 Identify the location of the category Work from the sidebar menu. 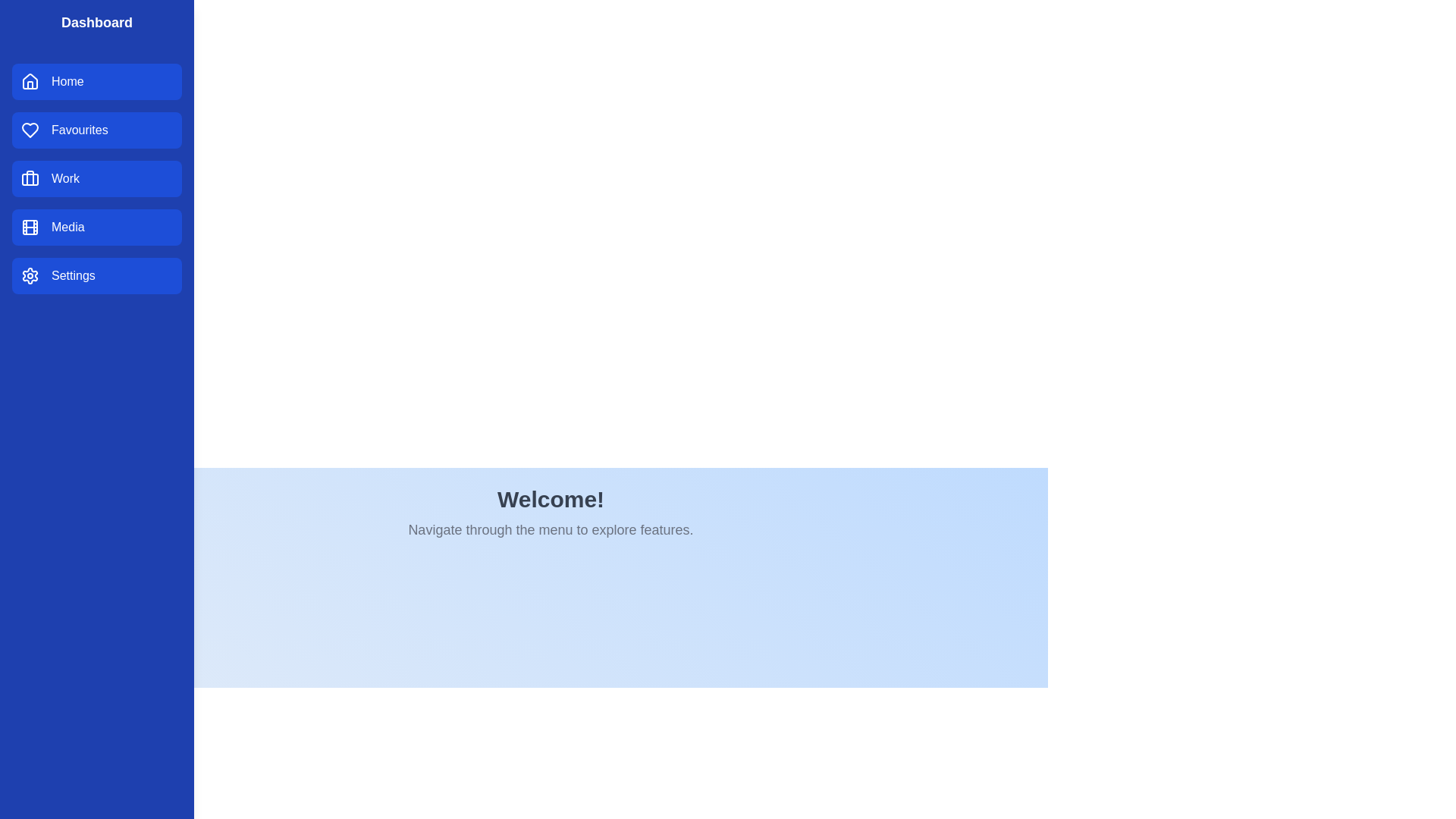
(96, 177).